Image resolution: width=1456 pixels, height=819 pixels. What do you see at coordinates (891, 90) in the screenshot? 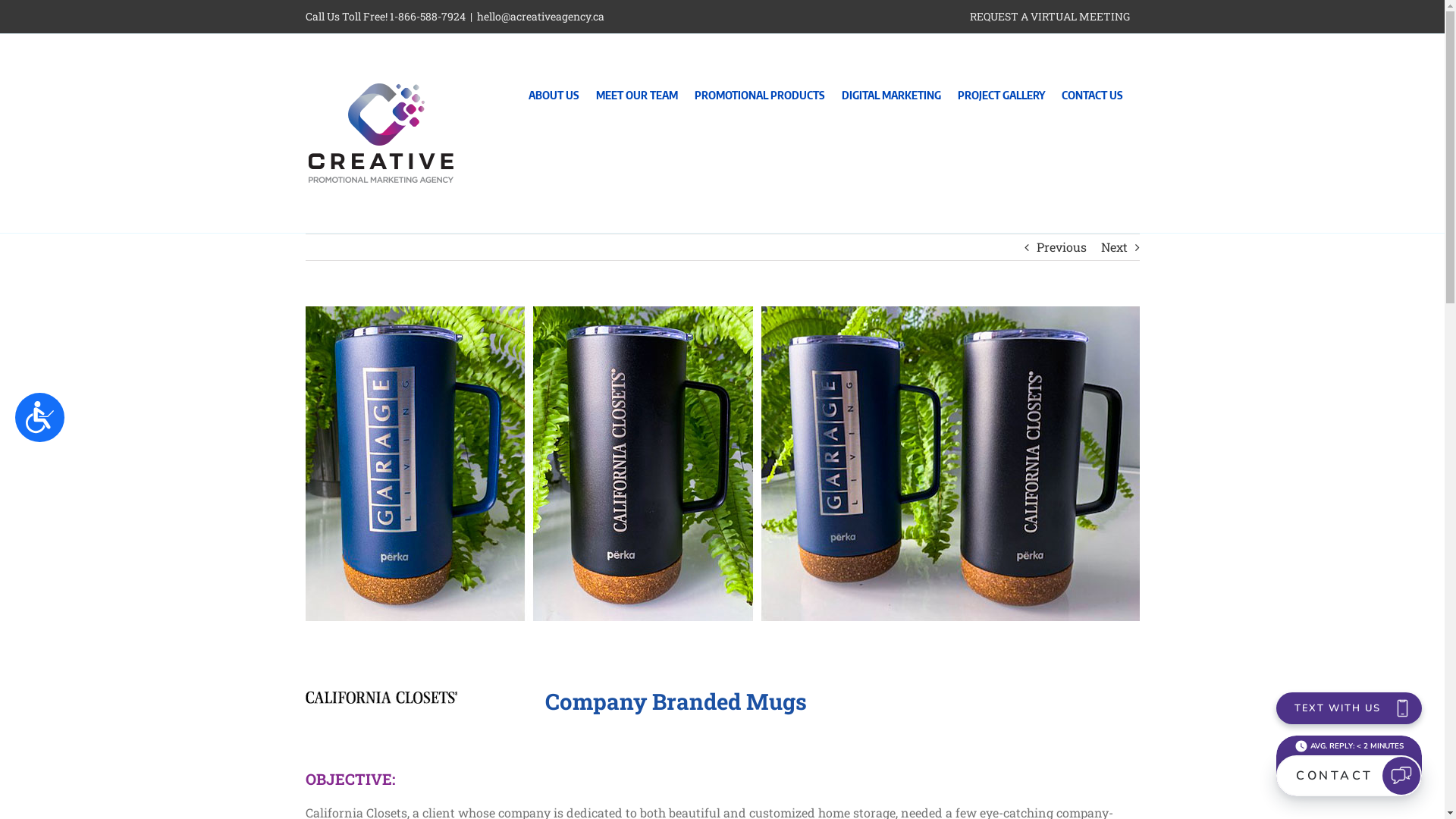
I see `'DIGITAL MARKETING'` at bounding box center [891, 90].